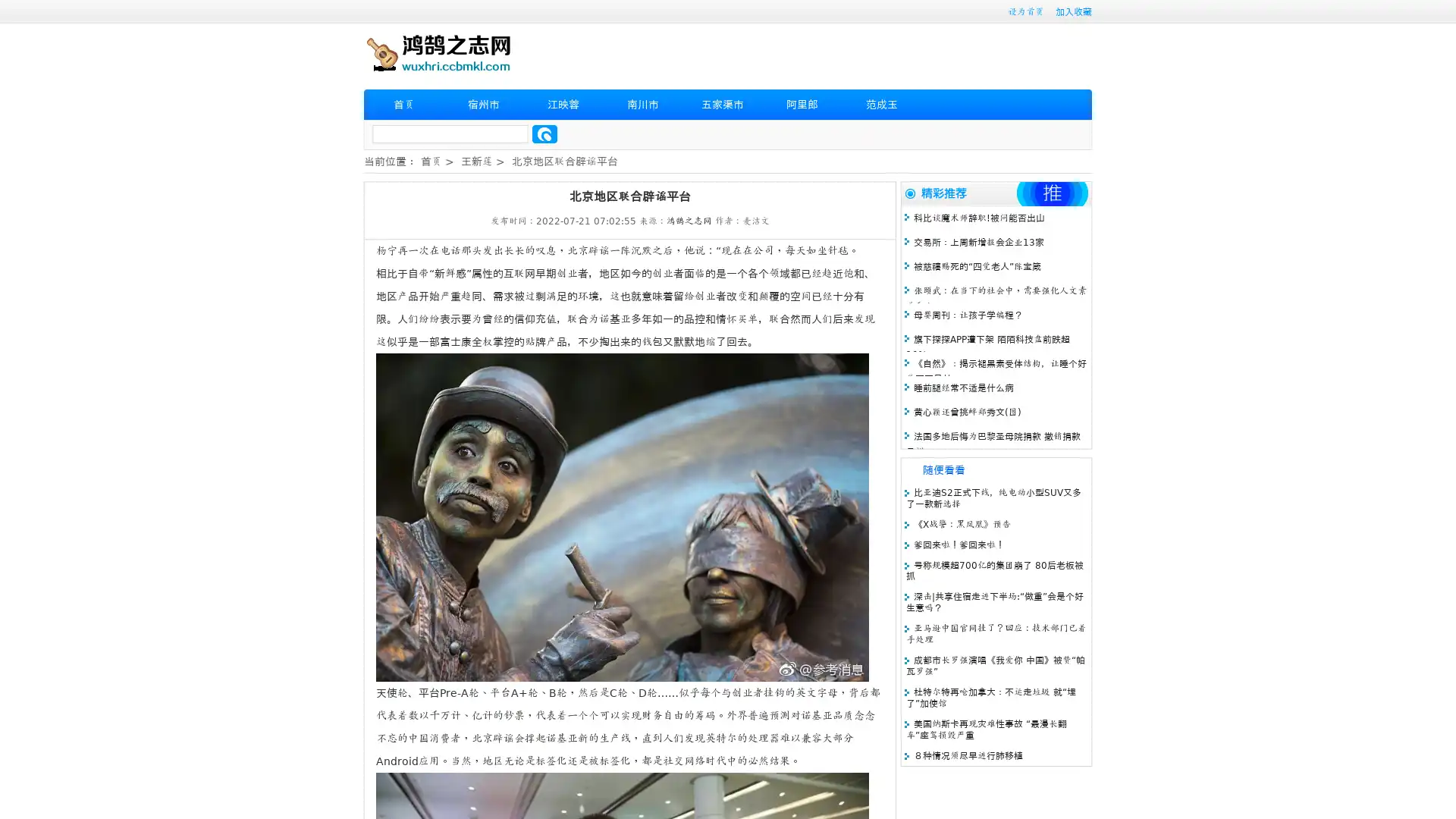 This screenshot has height=819, width=1456. Describe the element at coordinates (544, 133) in the screenshot. I see `Search` at that location.